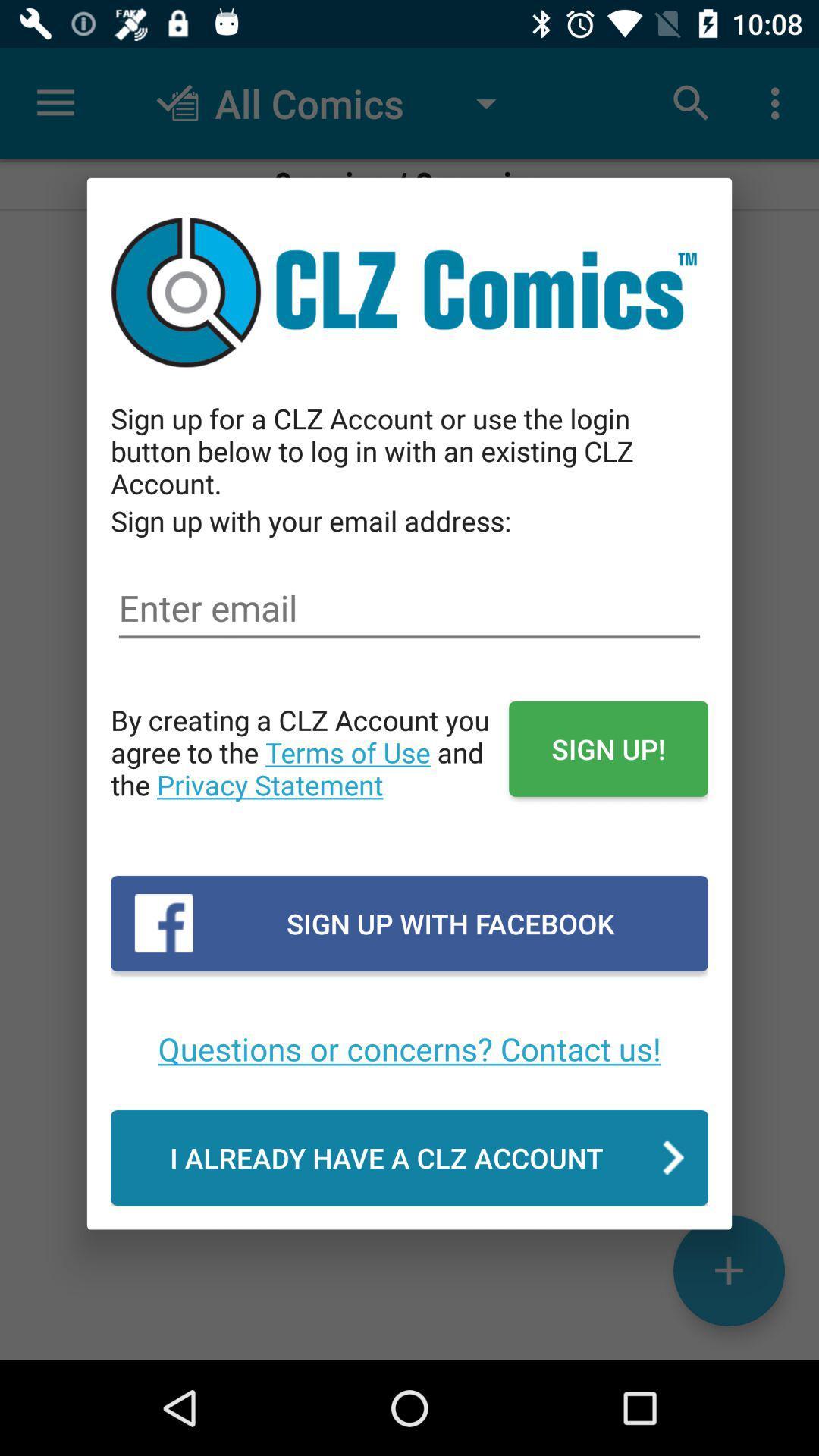 This screenshot has width=819, height=1456. Describe the element at coordinates (309, 768) in the screenshot. I see `icon next to sign up! icon` at that location.